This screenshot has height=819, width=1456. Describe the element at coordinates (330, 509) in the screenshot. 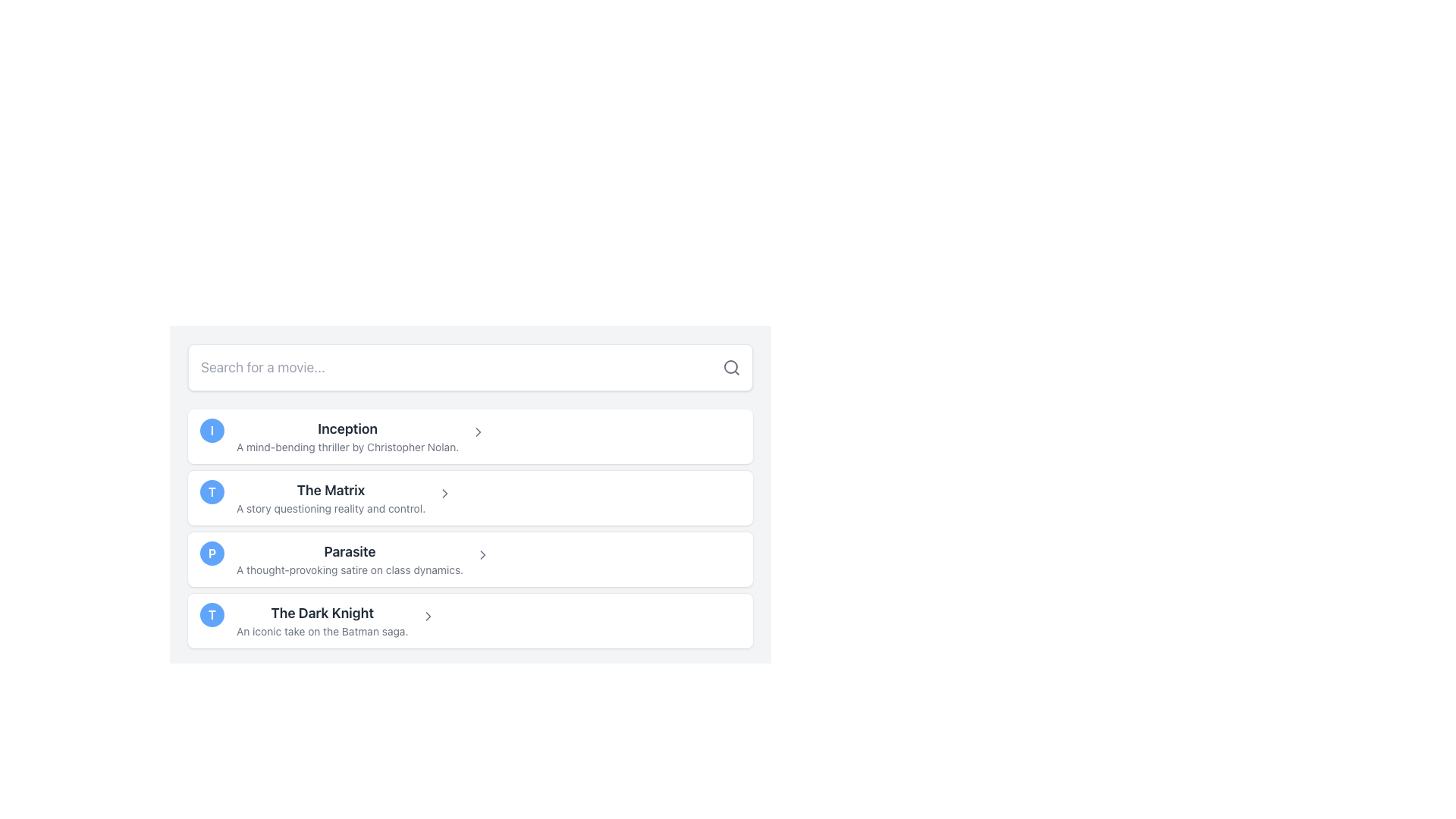

I see `text label containing the description 'A story questioning reality and control.' located below the title 'The Matrix' in gray color` at that location.